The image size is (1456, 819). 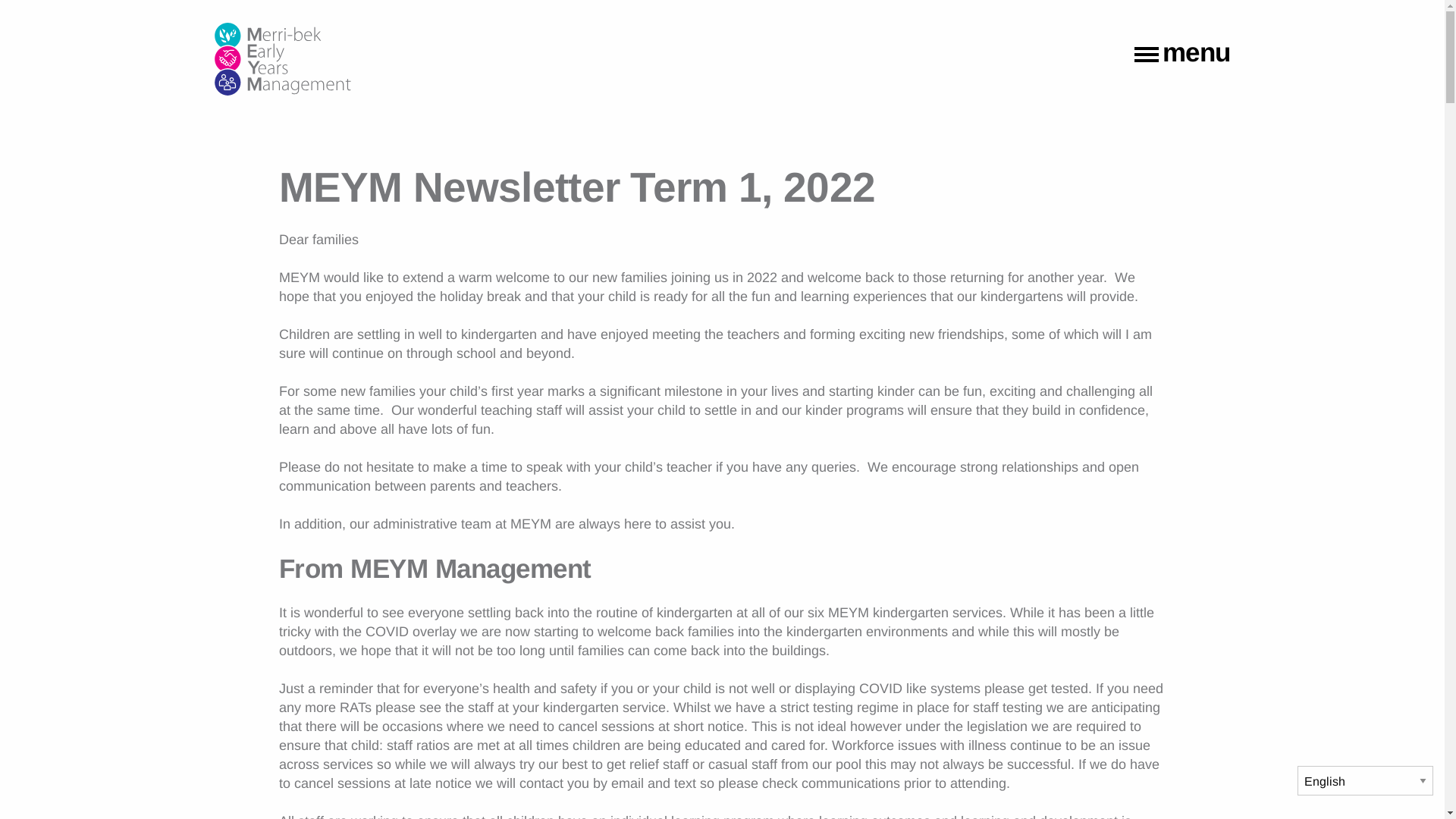 What do you see at coordinates (1181, 55) in the screenshot?
I see `'menu'` at bounding box center [1181, 55].